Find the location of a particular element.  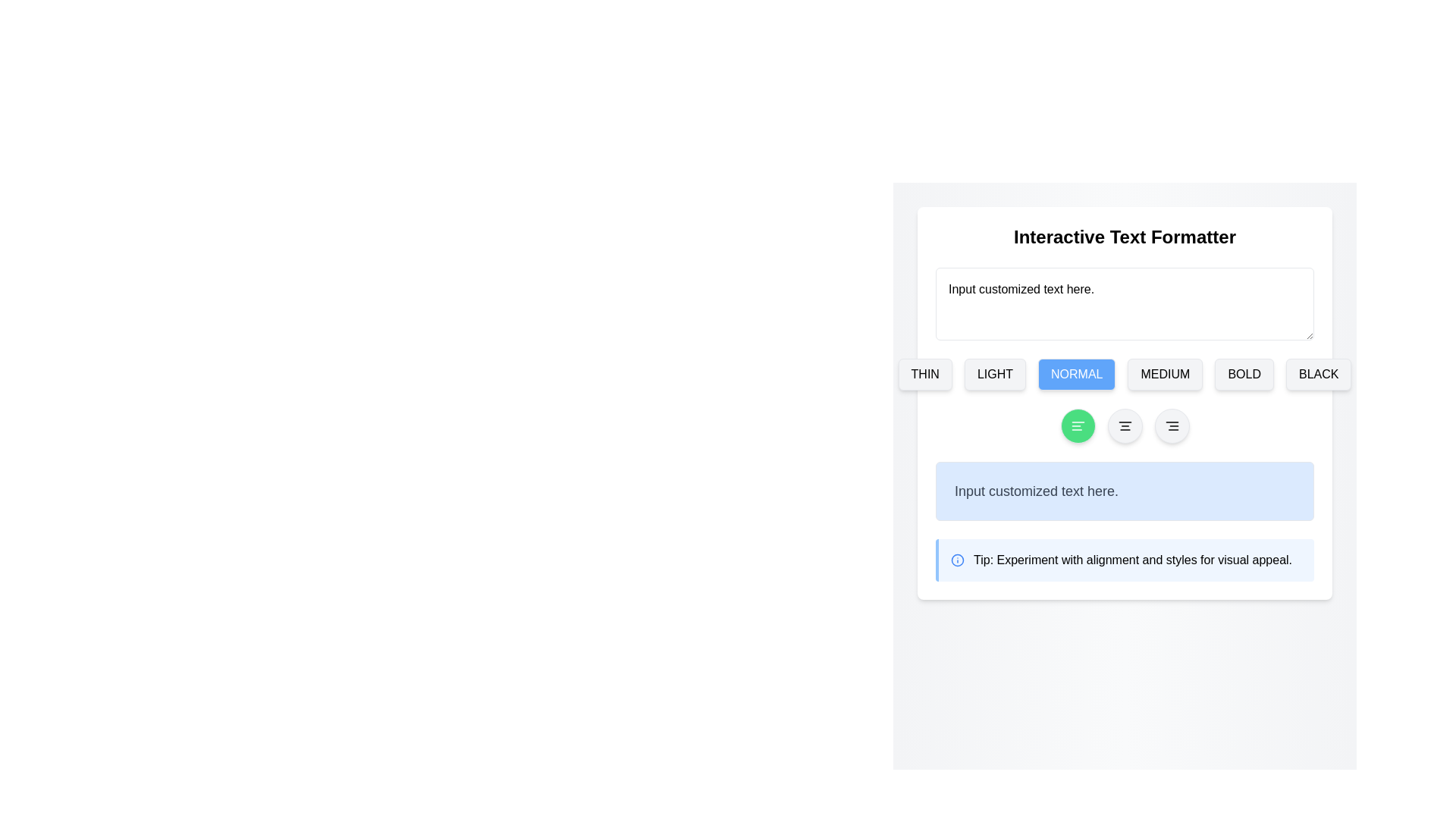

the 'NORMAL' text weight button, which is the third button in a horizontal group located below the 'Interactive Text Formatter' input field is located at coordinates (1076, 374).